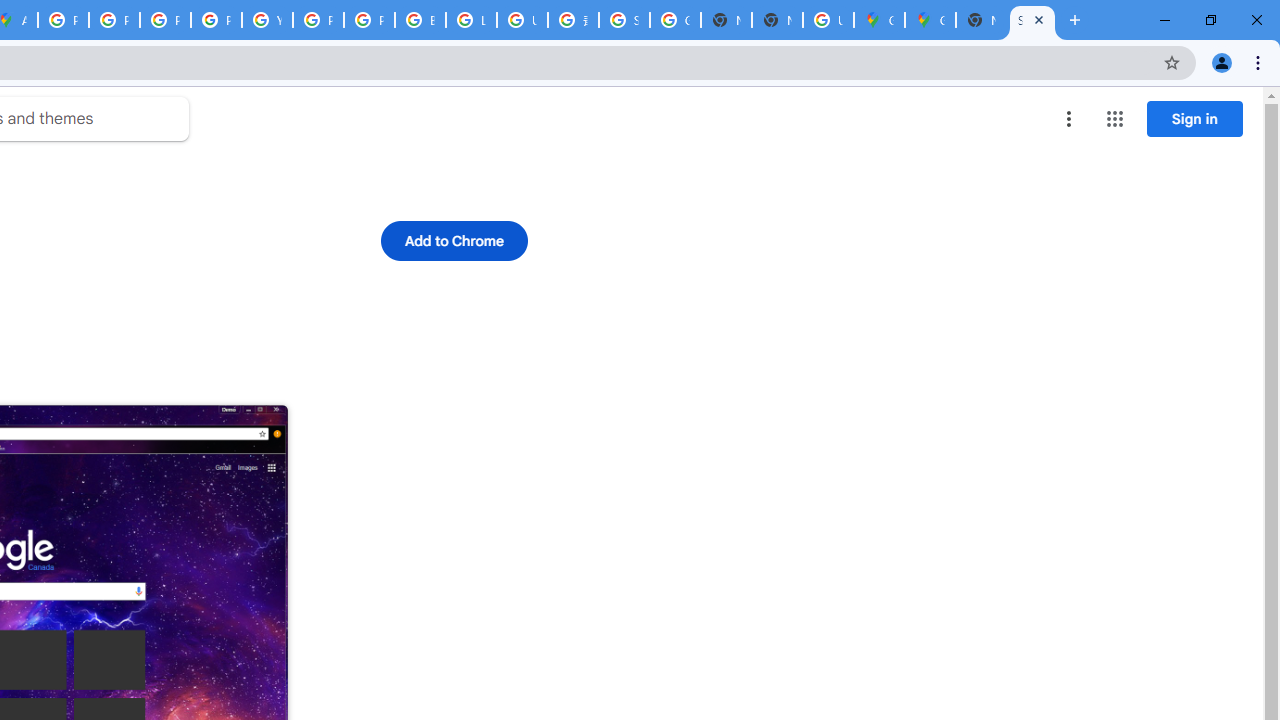  Describe the element at coordinates (828, 20) in the screenshot. I see `'Use Google Maps in Space - Google Maps Help'` at that location.